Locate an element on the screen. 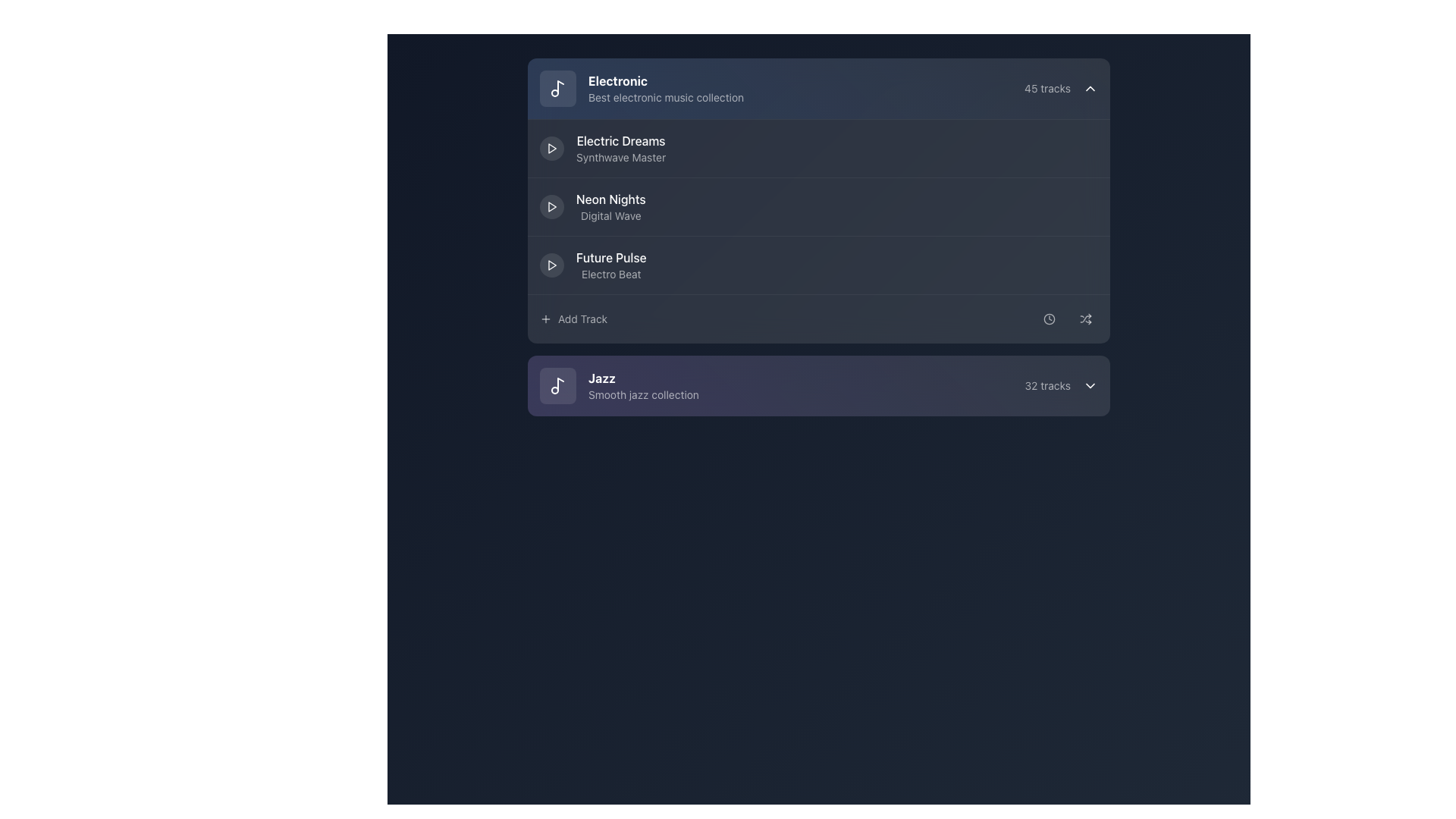 This screenshot has height=819, width=1456. the subtitle text label providing additional context for the 'Neon Nights' entry, located in the middle right area of the layout below the title is located at coordinates (610, 216).